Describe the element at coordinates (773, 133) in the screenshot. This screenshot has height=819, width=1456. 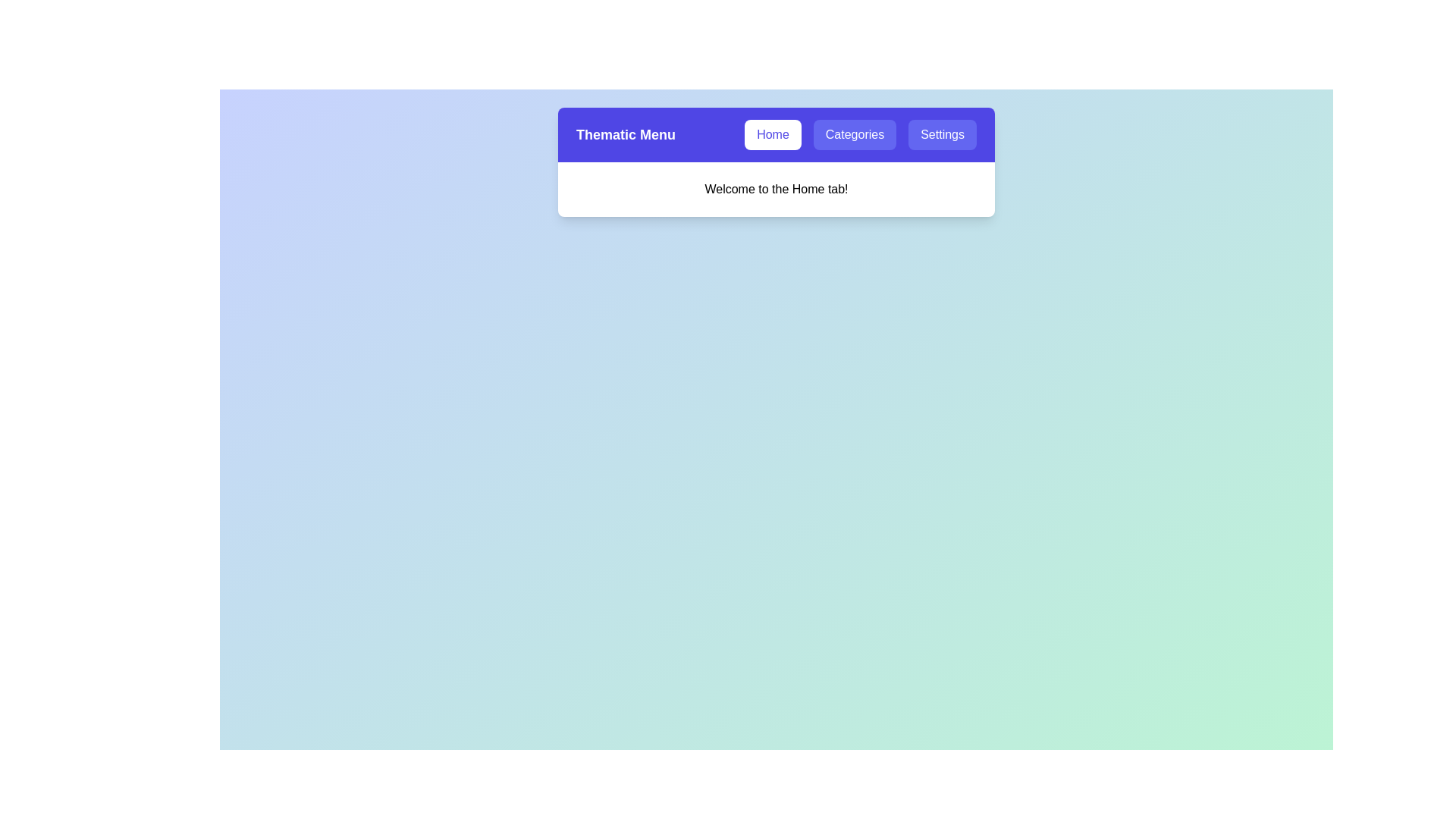
I see `the Home button to navigate to the corresponding tab` at that location.